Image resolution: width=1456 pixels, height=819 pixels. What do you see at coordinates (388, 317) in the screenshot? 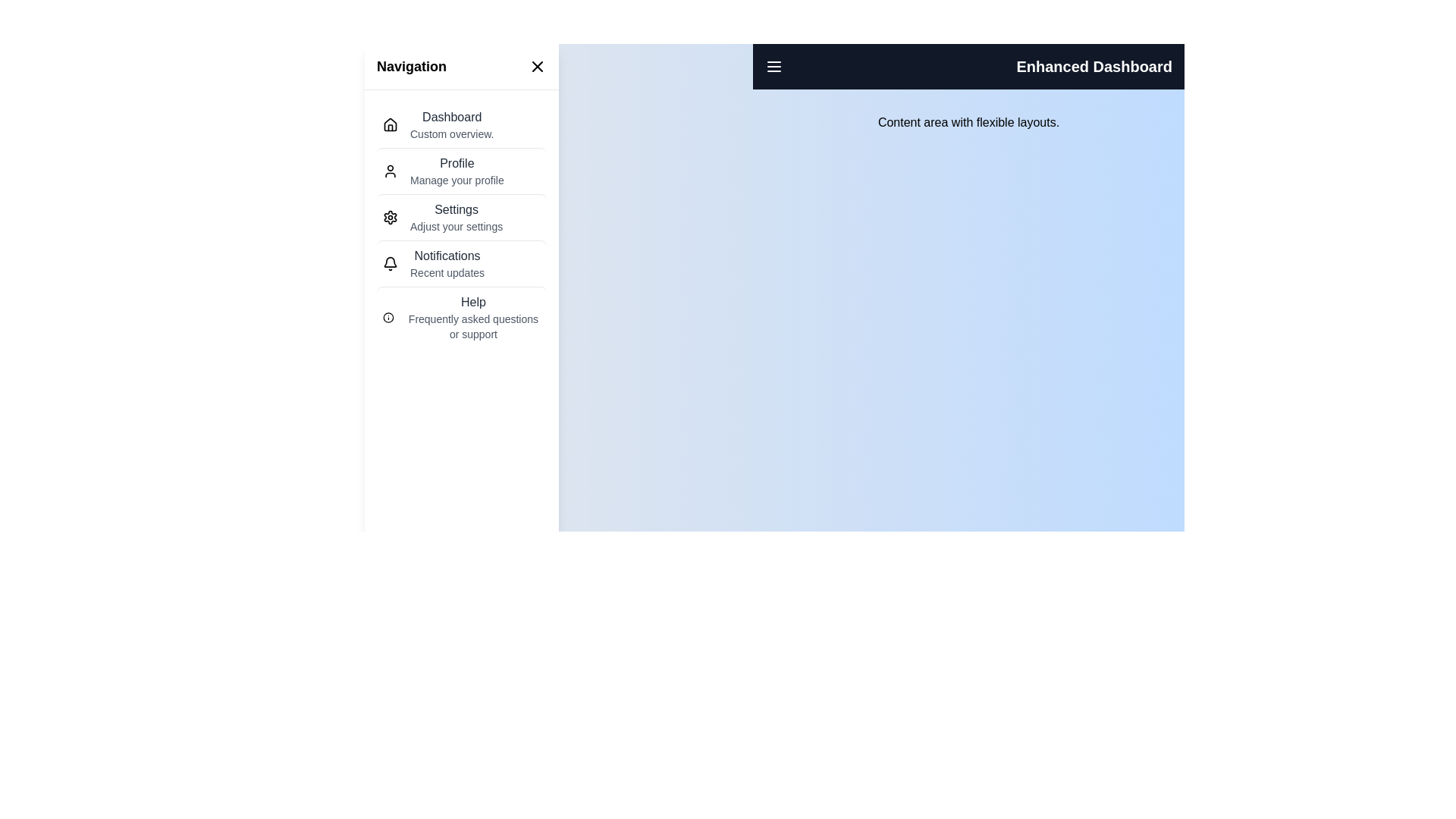
I see `the icon representing the 'Help' section in the vertical navigation list to receive visual feedback` at bounding box center [388, 317].